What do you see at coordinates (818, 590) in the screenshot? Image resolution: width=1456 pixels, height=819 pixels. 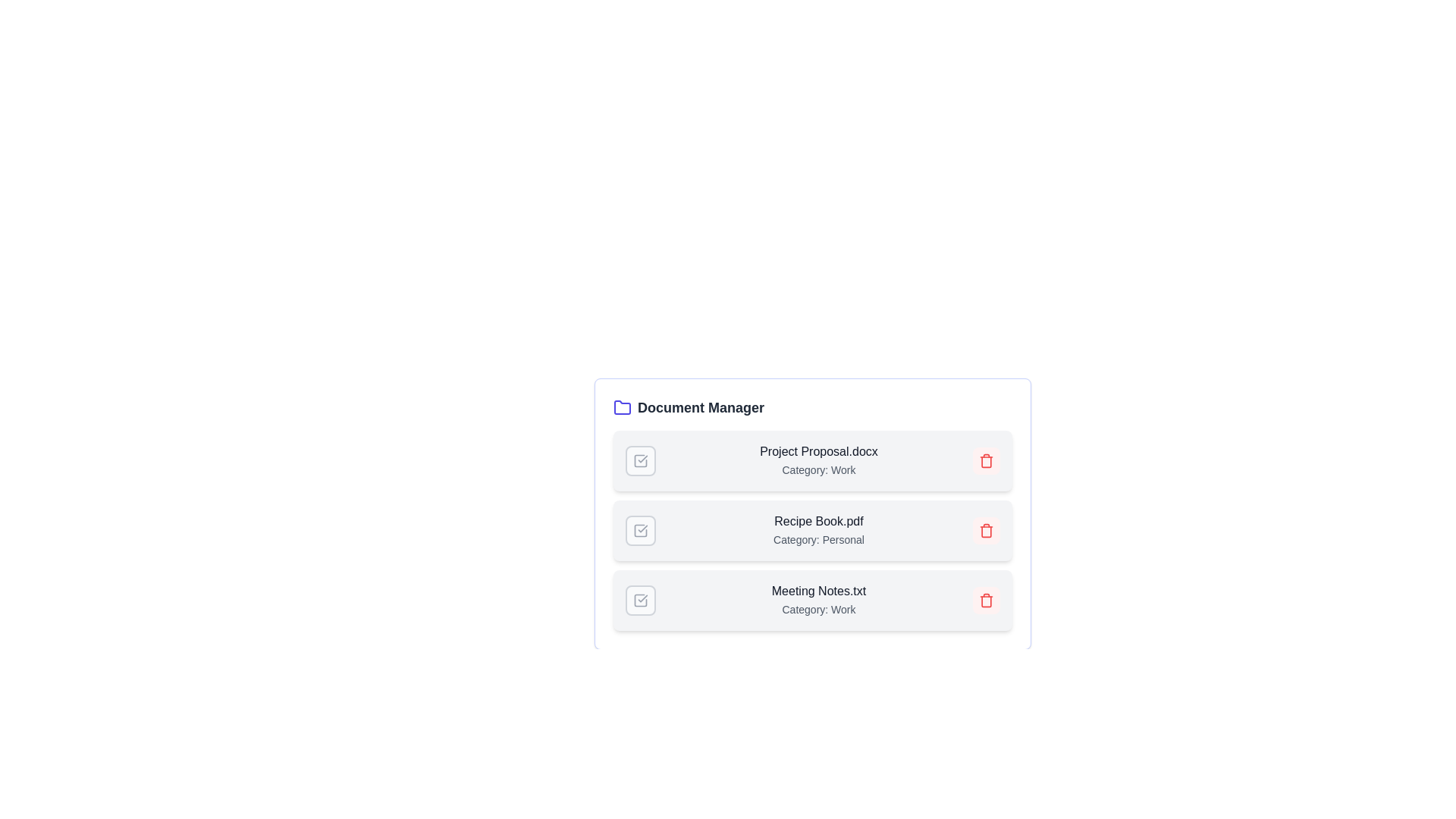 I see `the 'Meeting Notes.txt' text label, which is prominently displayed in bold dark gray font within the 'Document Manager' section and is in the third position of the list` at bounding box center [818, 590].